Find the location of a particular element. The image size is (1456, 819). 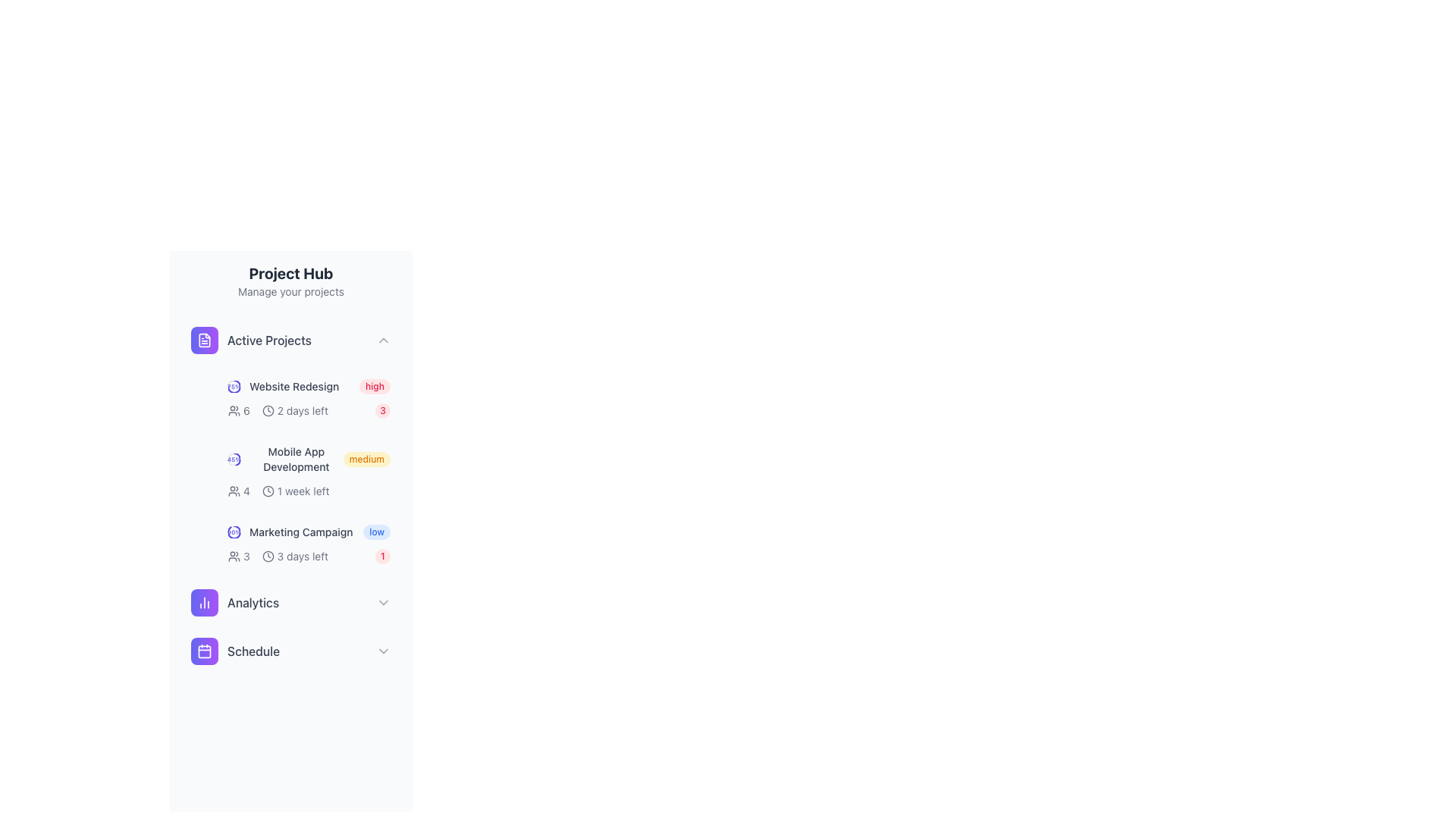

the visual indicator located to the left of the text 'Mobile App Development' in the 'Active Projects' section of the 'Project Hub' interface is located at coordinates (233, 458).